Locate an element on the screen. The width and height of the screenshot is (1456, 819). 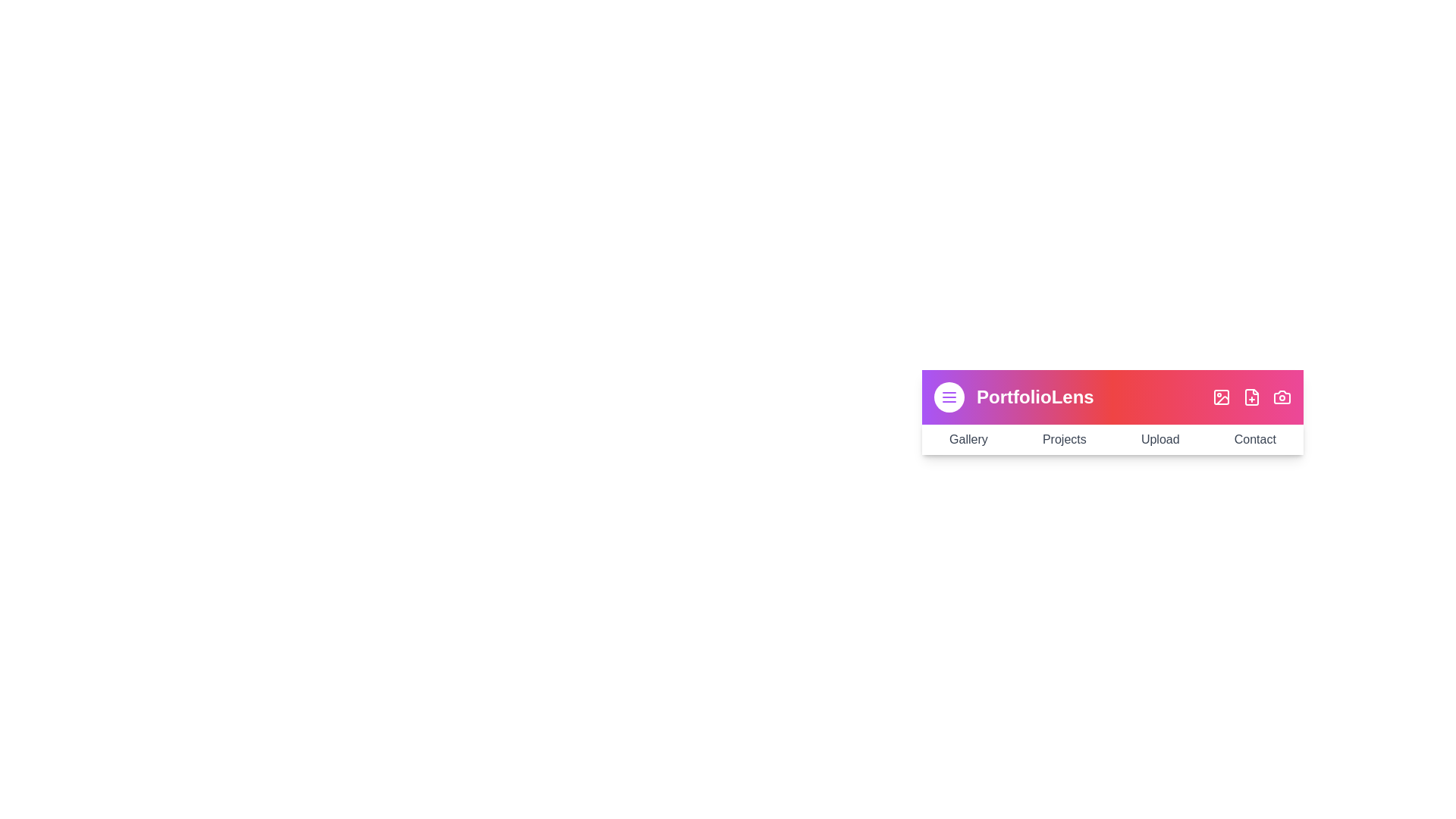
the navigation link for Upload is located at coordinates (1159, 439).